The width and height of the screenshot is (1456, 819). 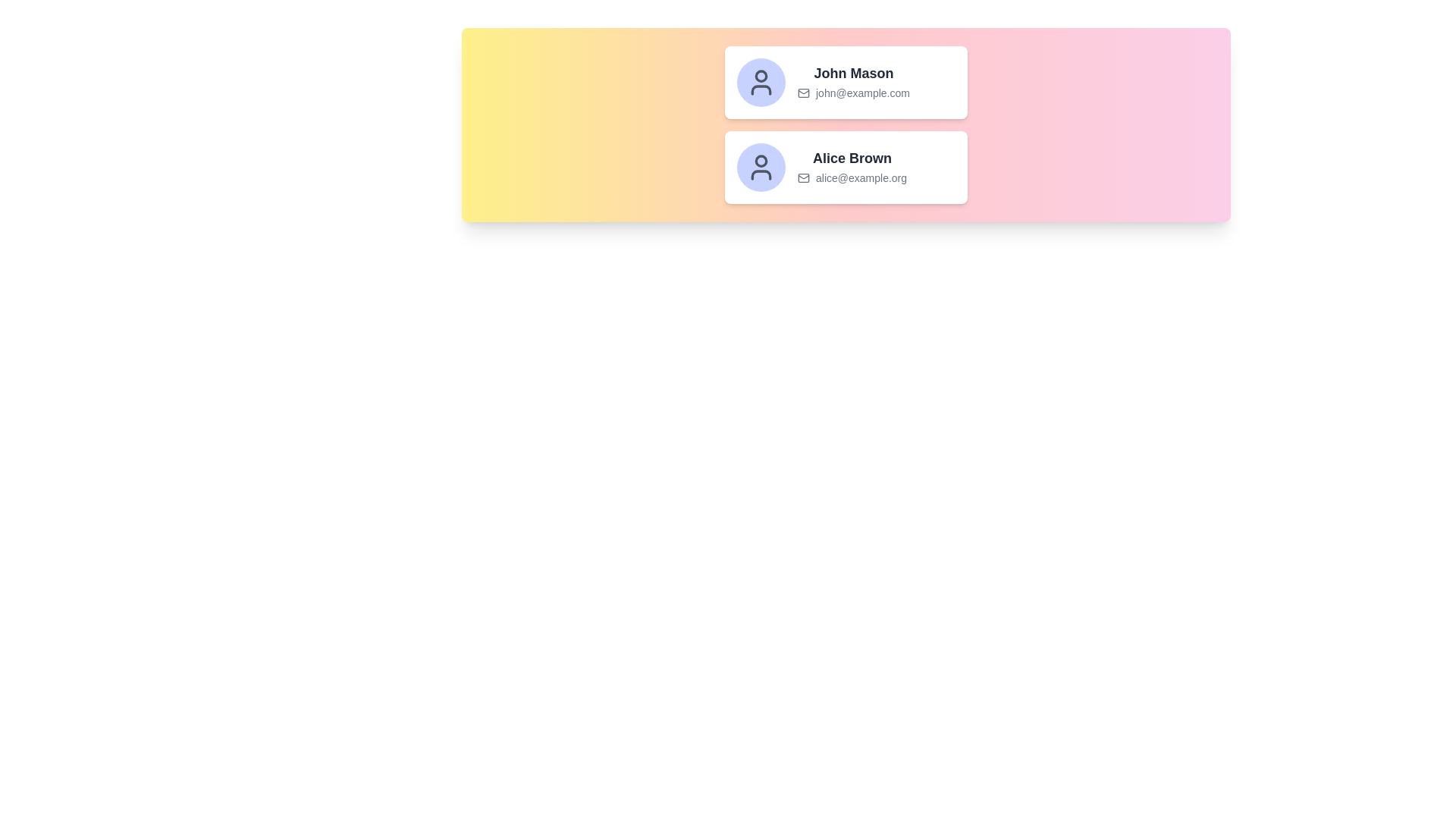 What do you see at coordinates (852, 158) in the screenshot?
I see `the user's name label, which is positioned in the middle-right of the card layout, above the email text 'alice@example.org' and to the right of the circular avatar icon` at bounding box center [852, 158].